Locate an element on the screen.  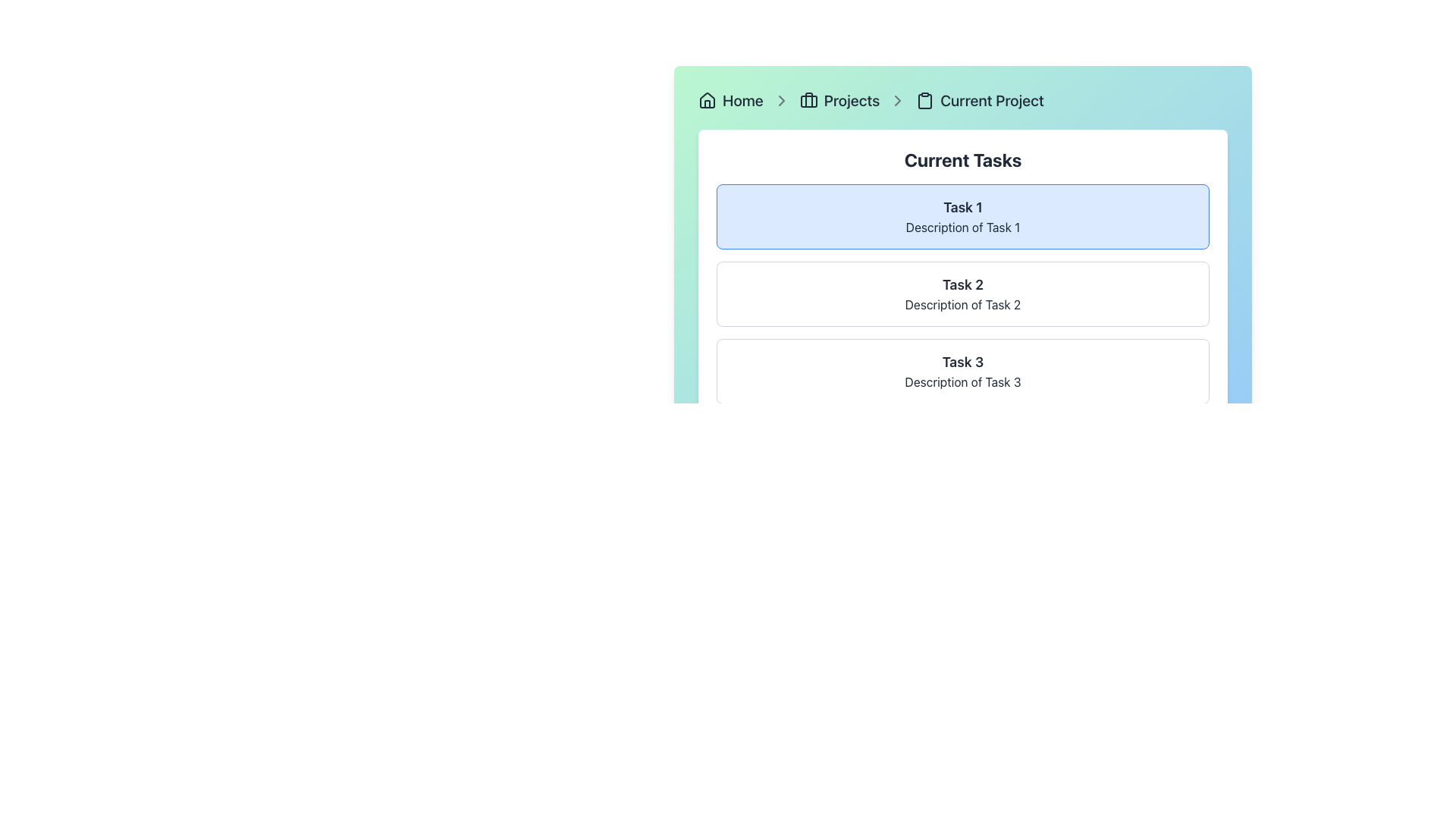
the vector graphic arrow icon that serves as a separator in the breadcrumb navigation between 'Projects' and 'Current Project' is located at coordinates (898, 100).